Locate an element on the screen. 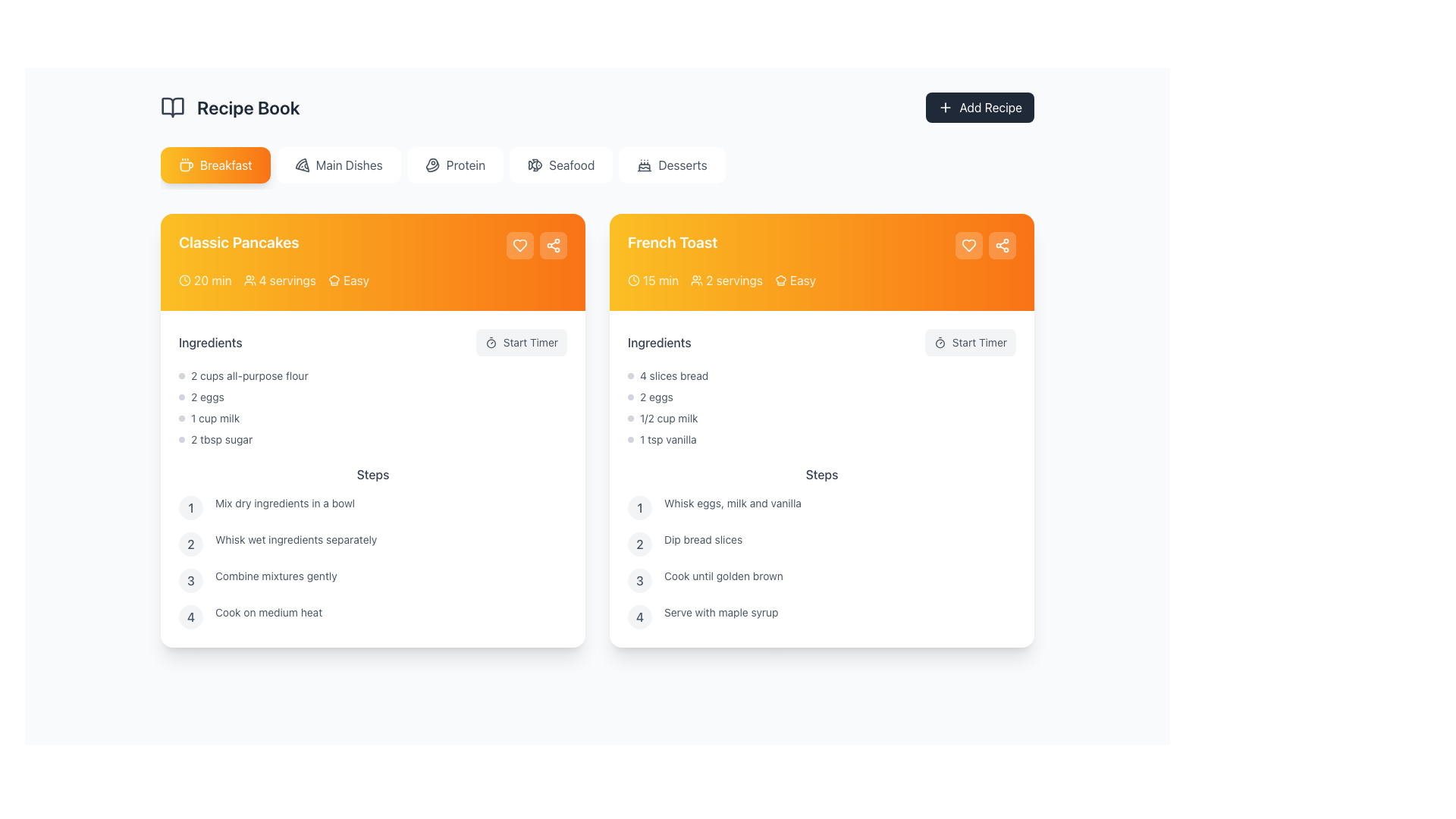  the first circular label indicating the first step in the recipe's process within the 'Steps' section of the 'Classic Pancakes' recipe card is located at coordinates (190, 508).